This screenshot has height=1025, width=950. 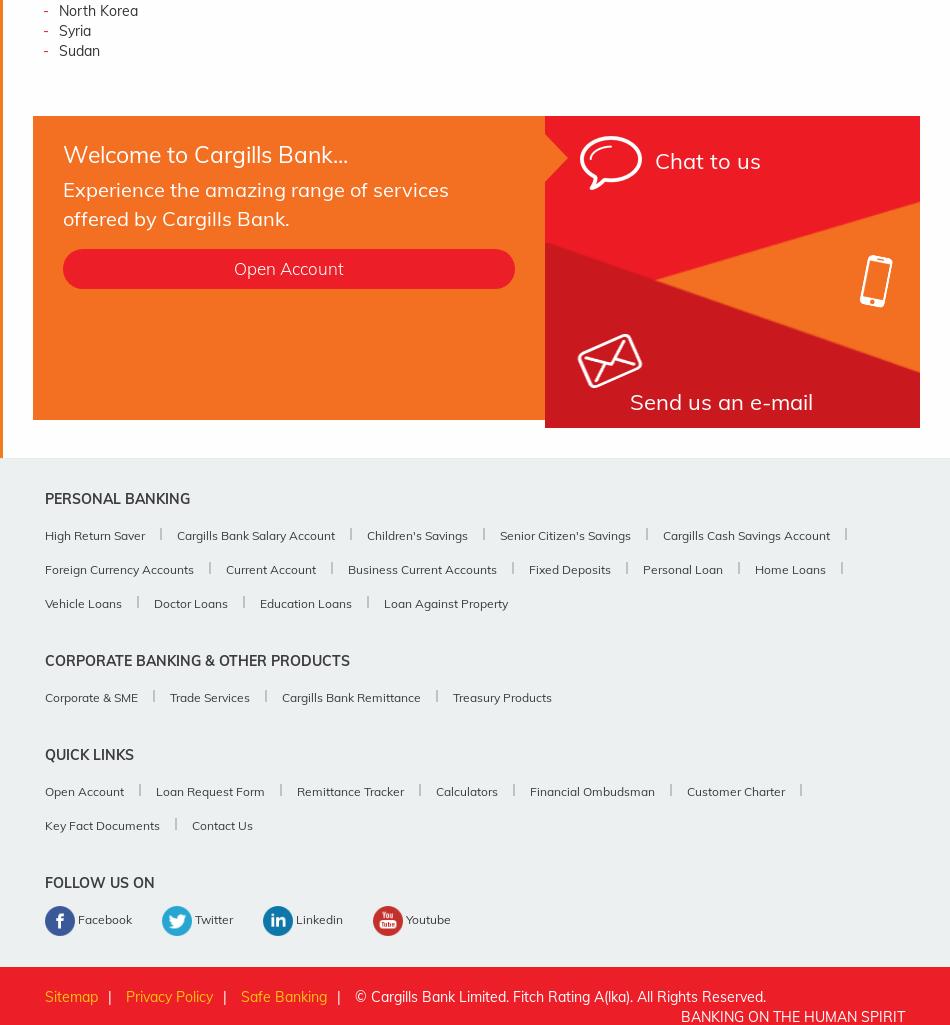 I want to click on 'Safe Banking', so click(x=282, y=996).